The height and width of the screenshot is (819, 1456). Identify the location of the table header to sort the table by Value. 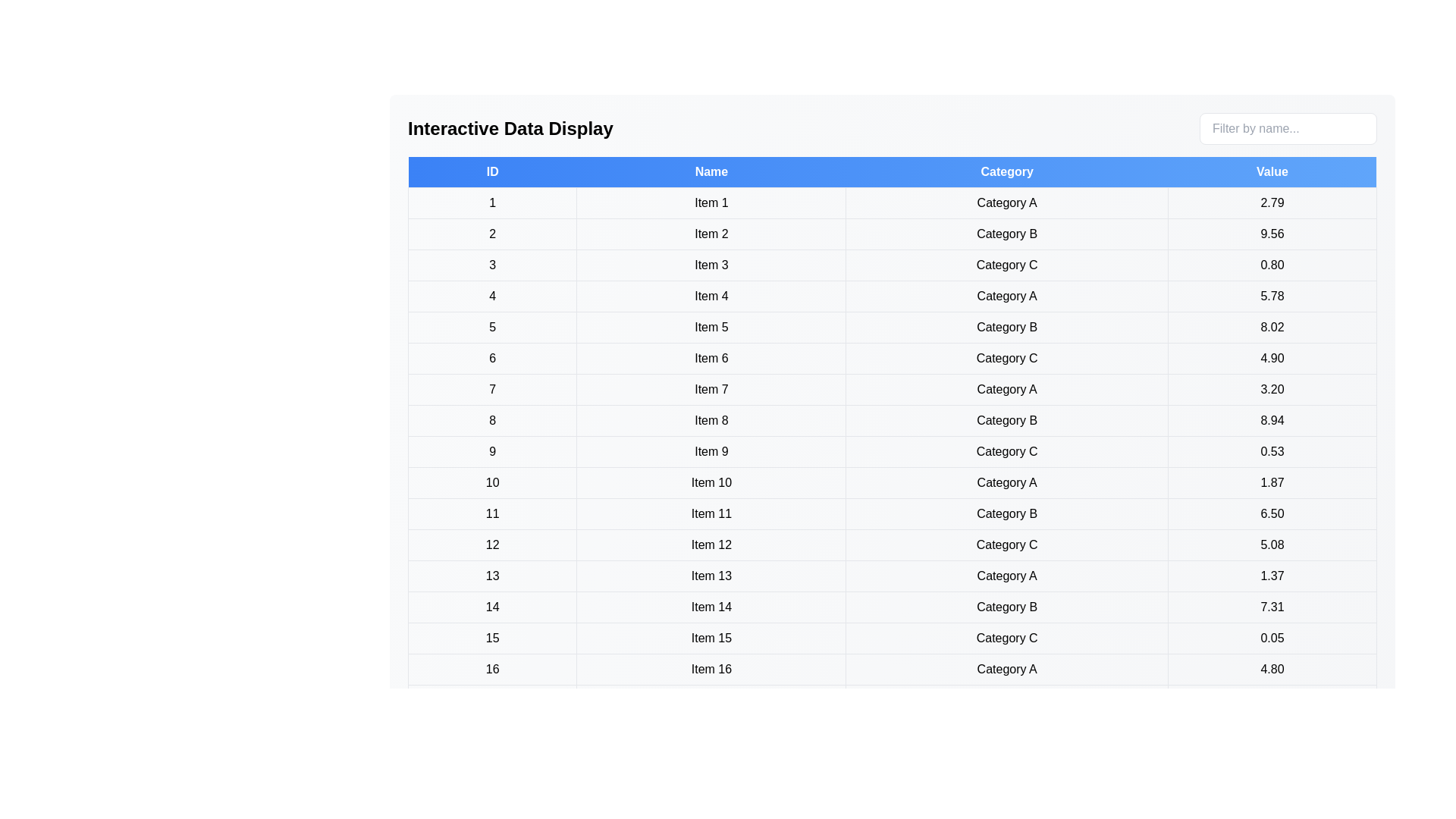
(1272, 171).